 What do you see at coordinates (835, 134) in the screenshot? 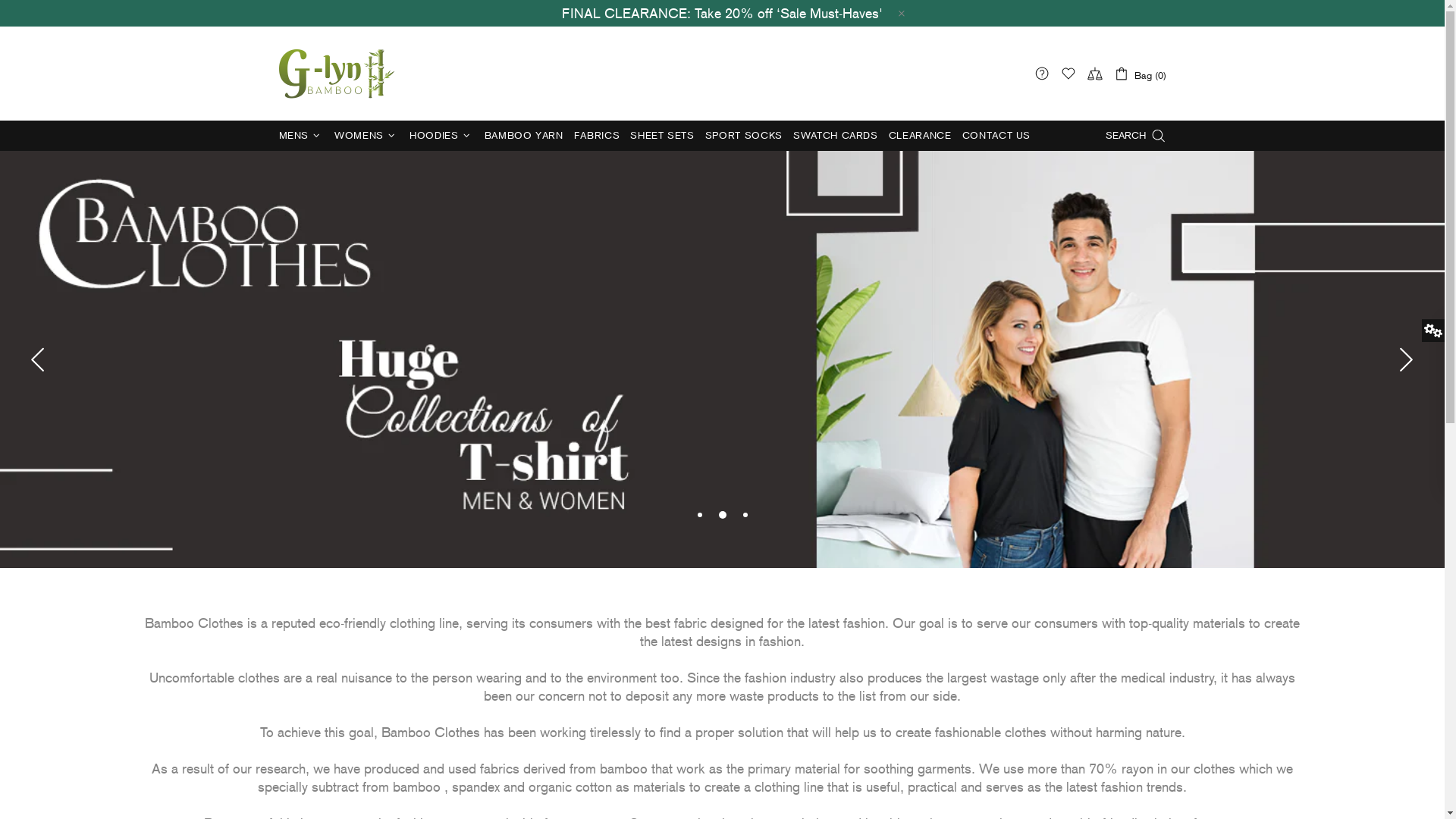
I see `'SWATCH CARDS'` at bounding box center [835, 134].